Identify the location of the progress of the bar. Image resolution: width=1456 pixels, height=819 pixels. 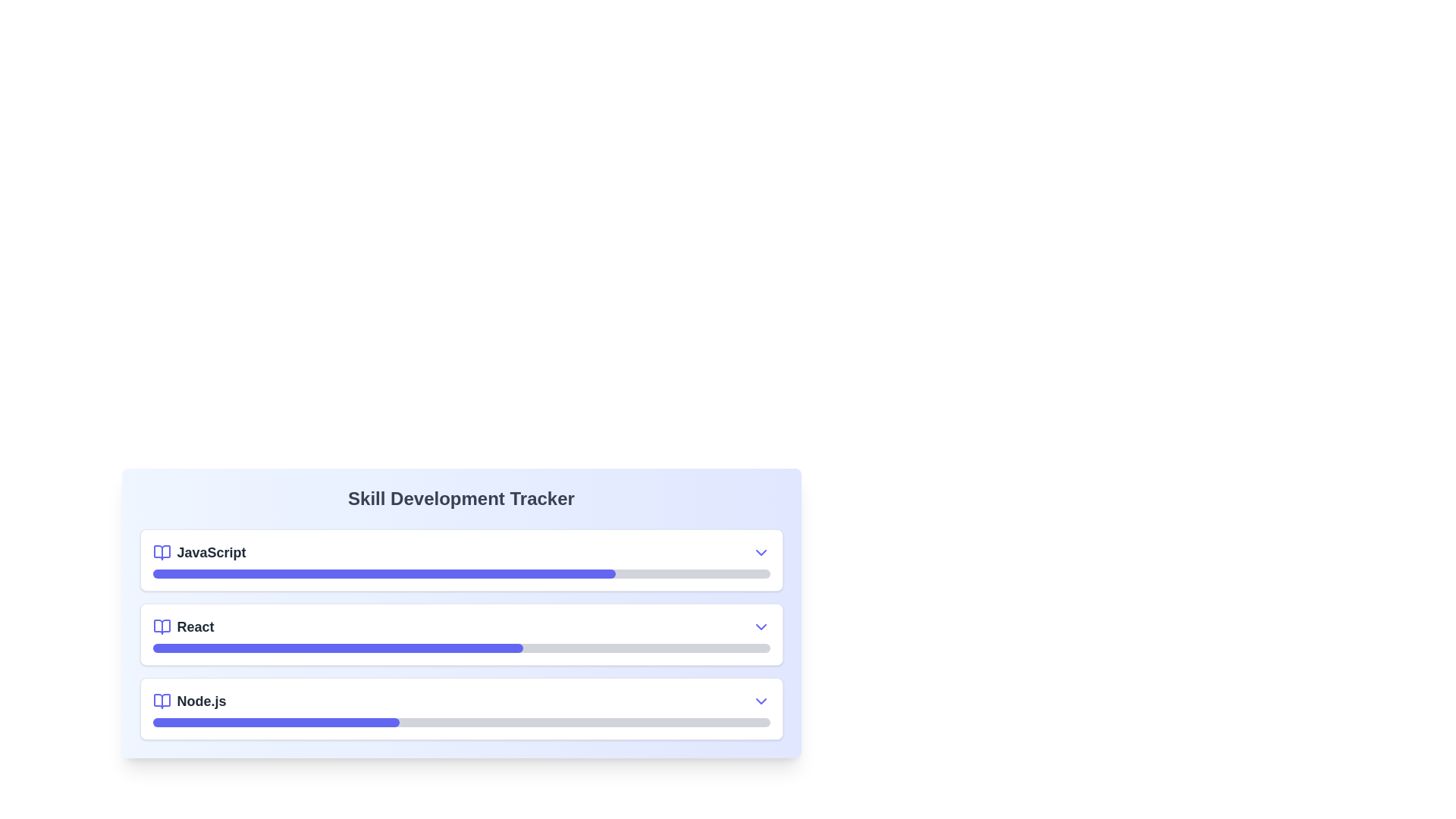
(609, 648).